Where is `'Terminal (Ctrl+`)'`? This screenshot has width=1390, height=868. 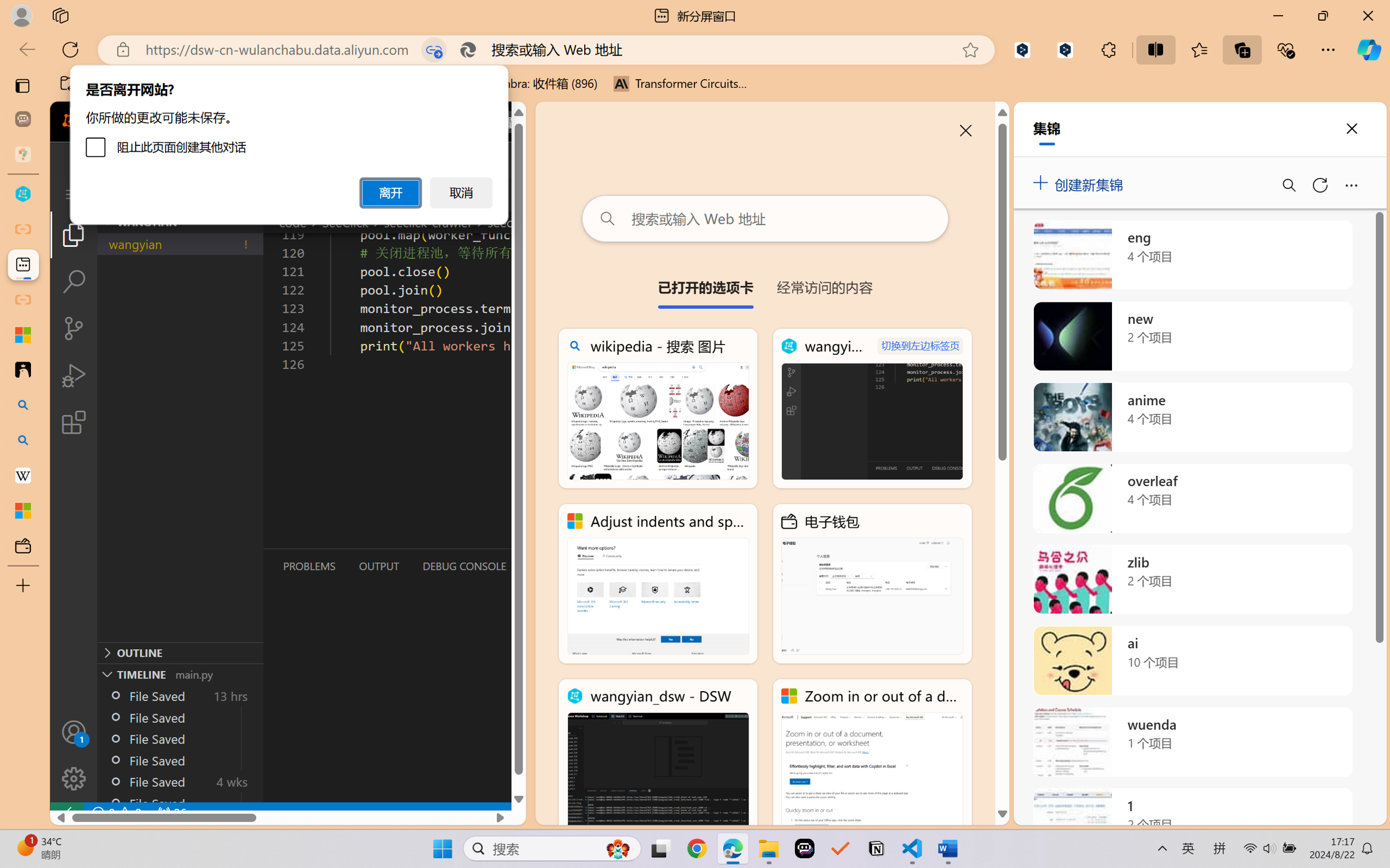
'Terminal (Ctrl+`)' is located at coordinates (554, 566).